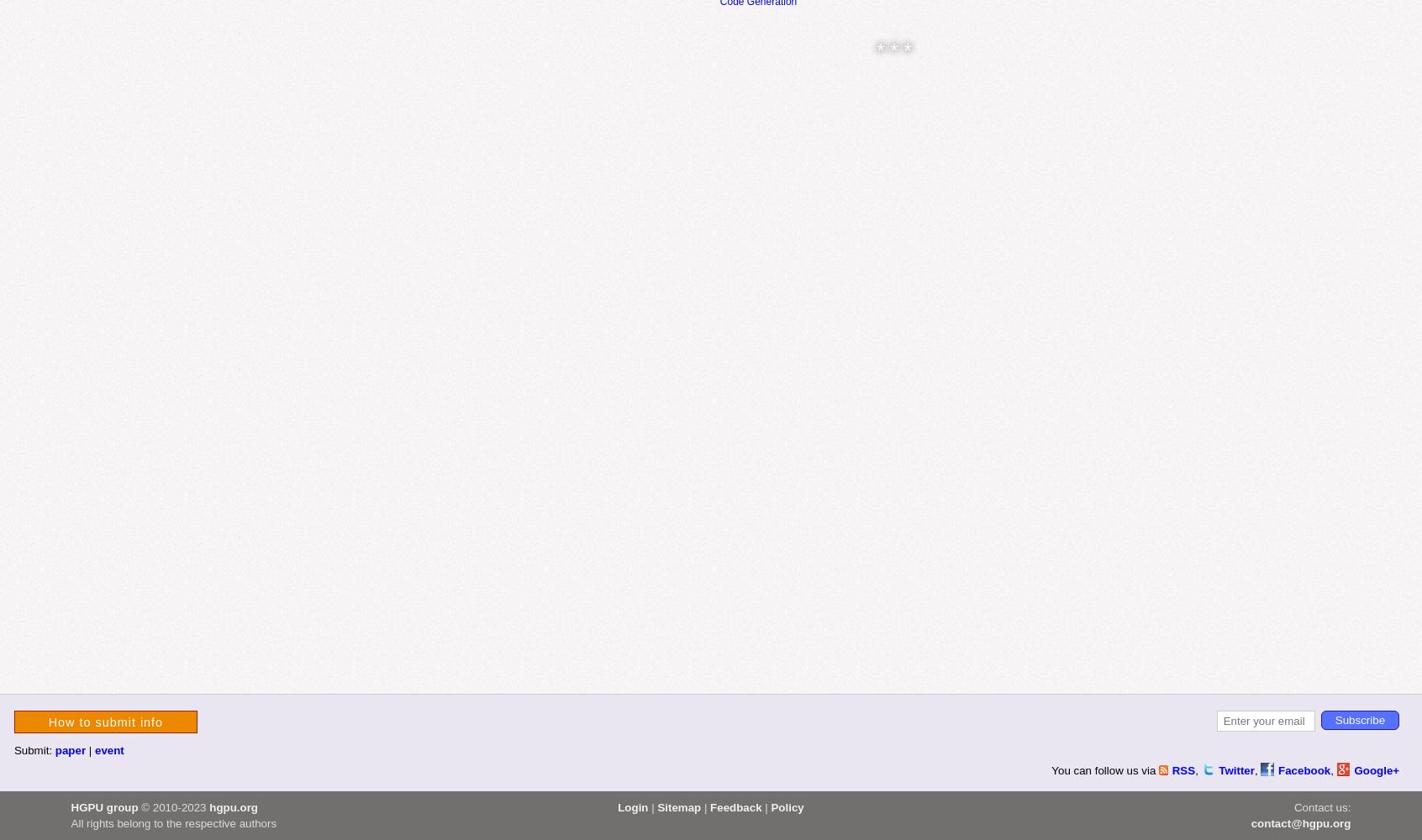  I want to click on 'Google+', so click(1352, 770).